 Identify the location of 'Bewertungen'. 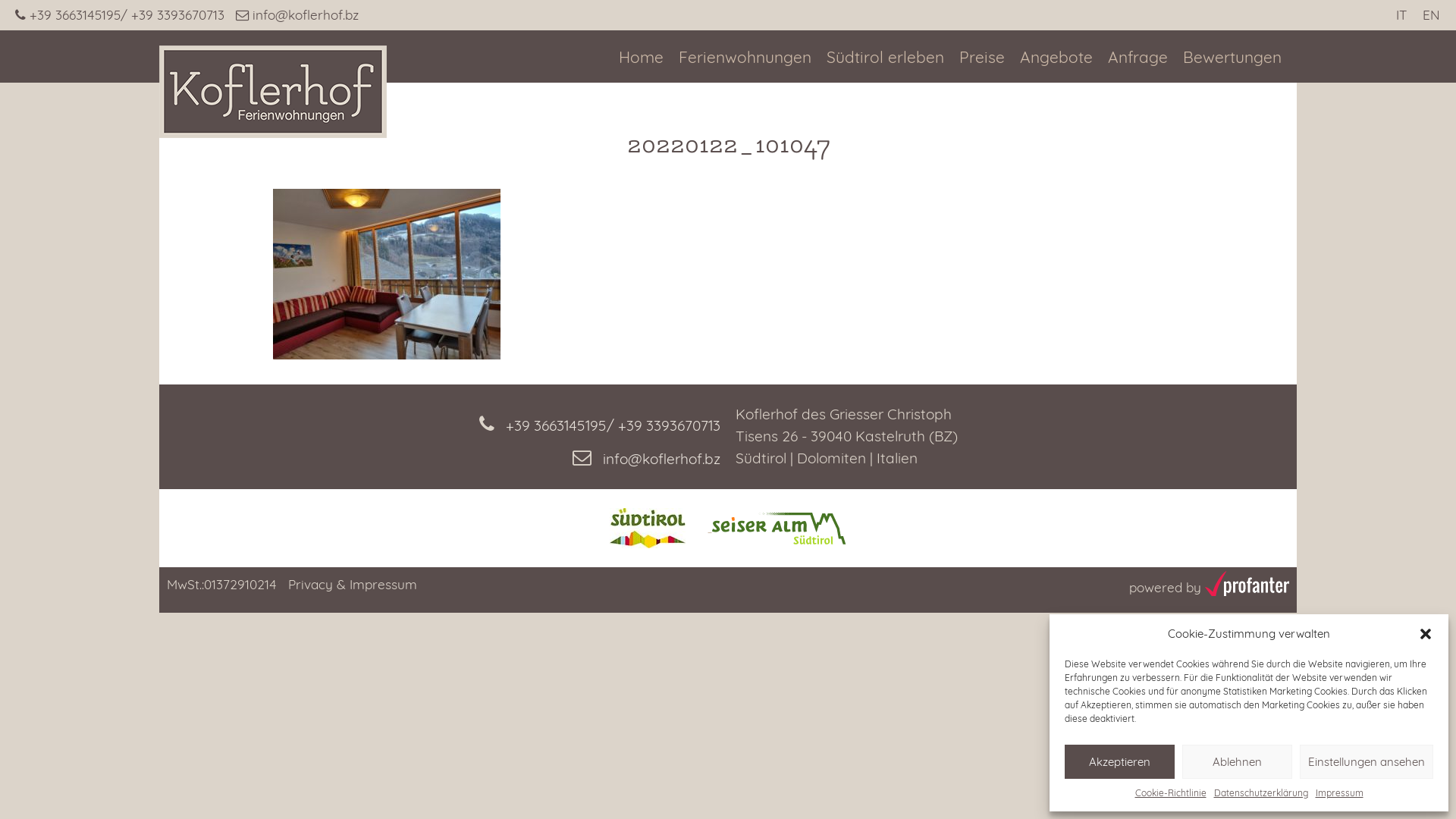
(1232, 57).